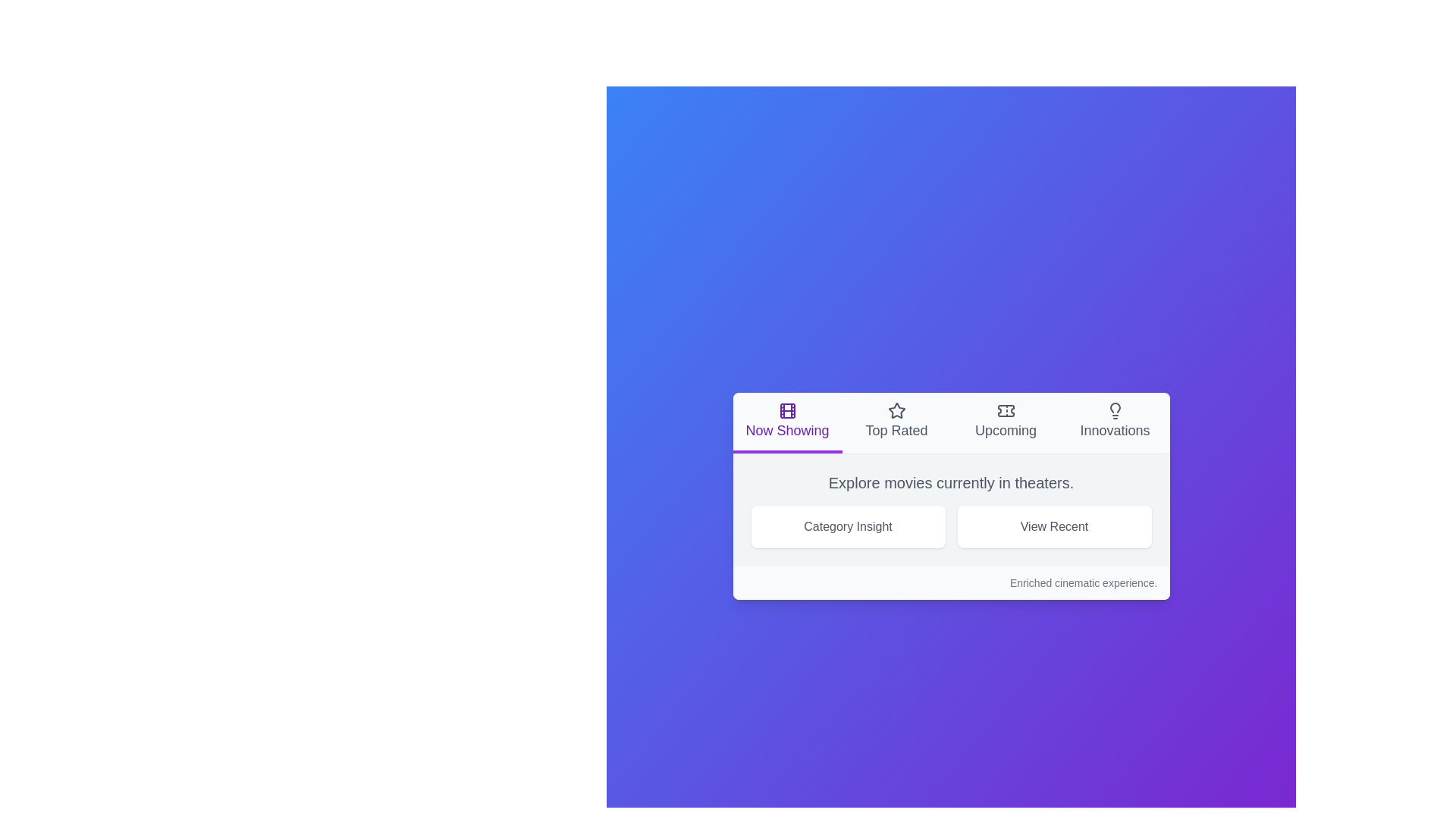 The width and height of the screenshot is (1456, 819). What do you see at coordinates (896, 430) in the screenshot?
I see `the 'Top Rated' text label in the navigation bar` at bounding box center [896, 430].